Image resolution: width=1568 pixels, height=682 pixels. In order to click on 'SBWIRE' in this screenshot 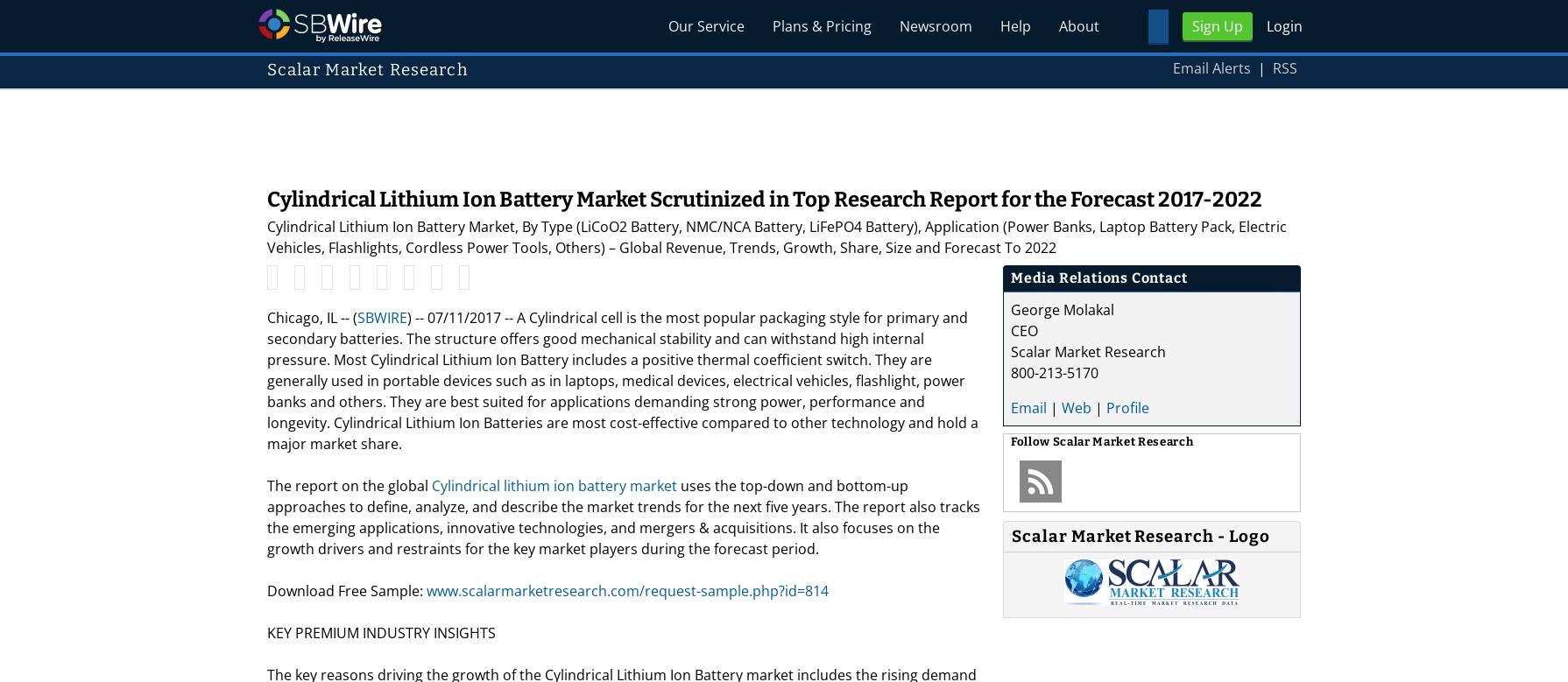, I will do `click(357, 318)`.